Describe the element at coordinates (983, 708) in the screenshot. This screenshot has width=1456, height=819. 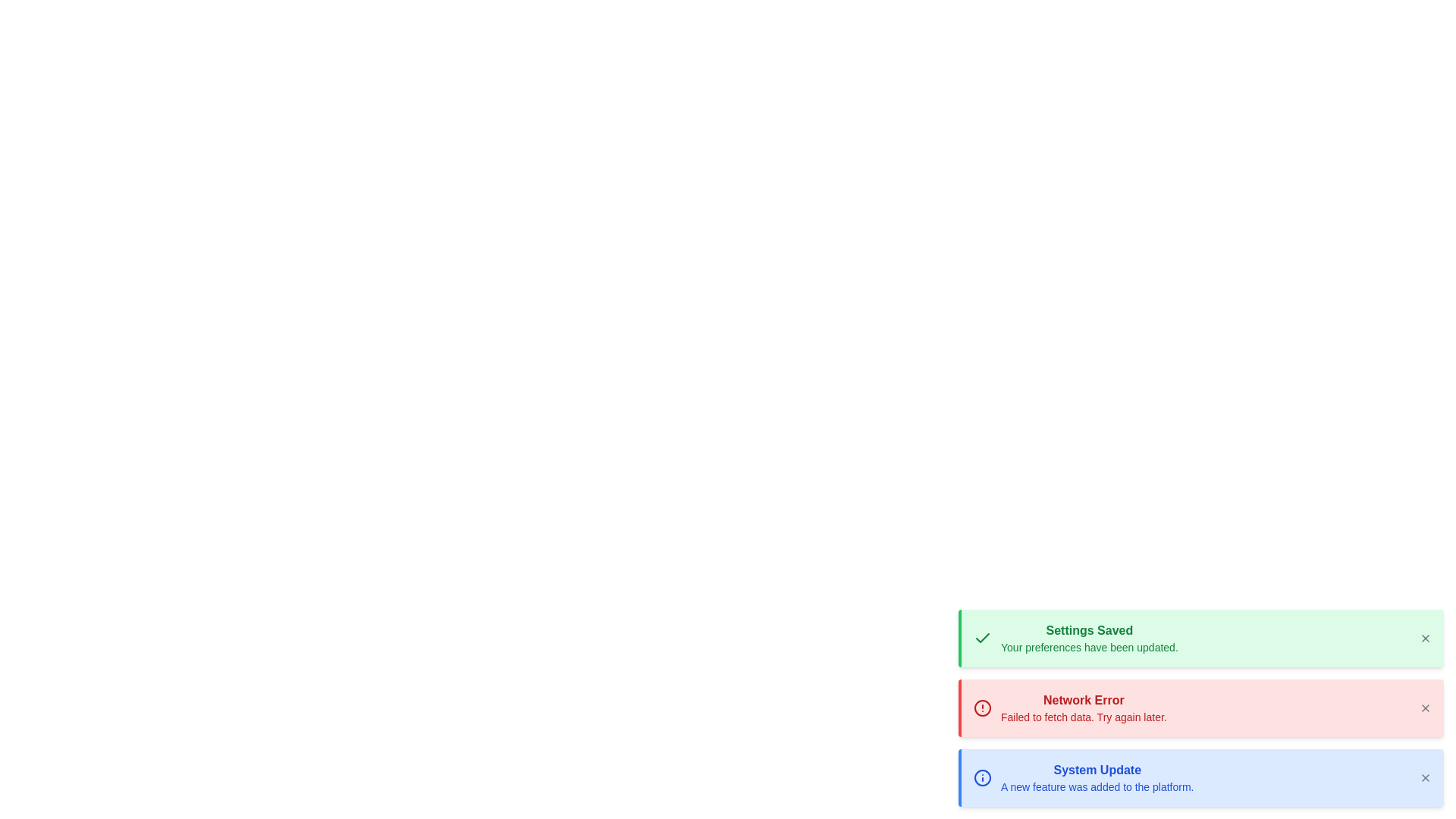
I see `the alert icon that indicates a 'Network Error' message on the red background banner` at that location.